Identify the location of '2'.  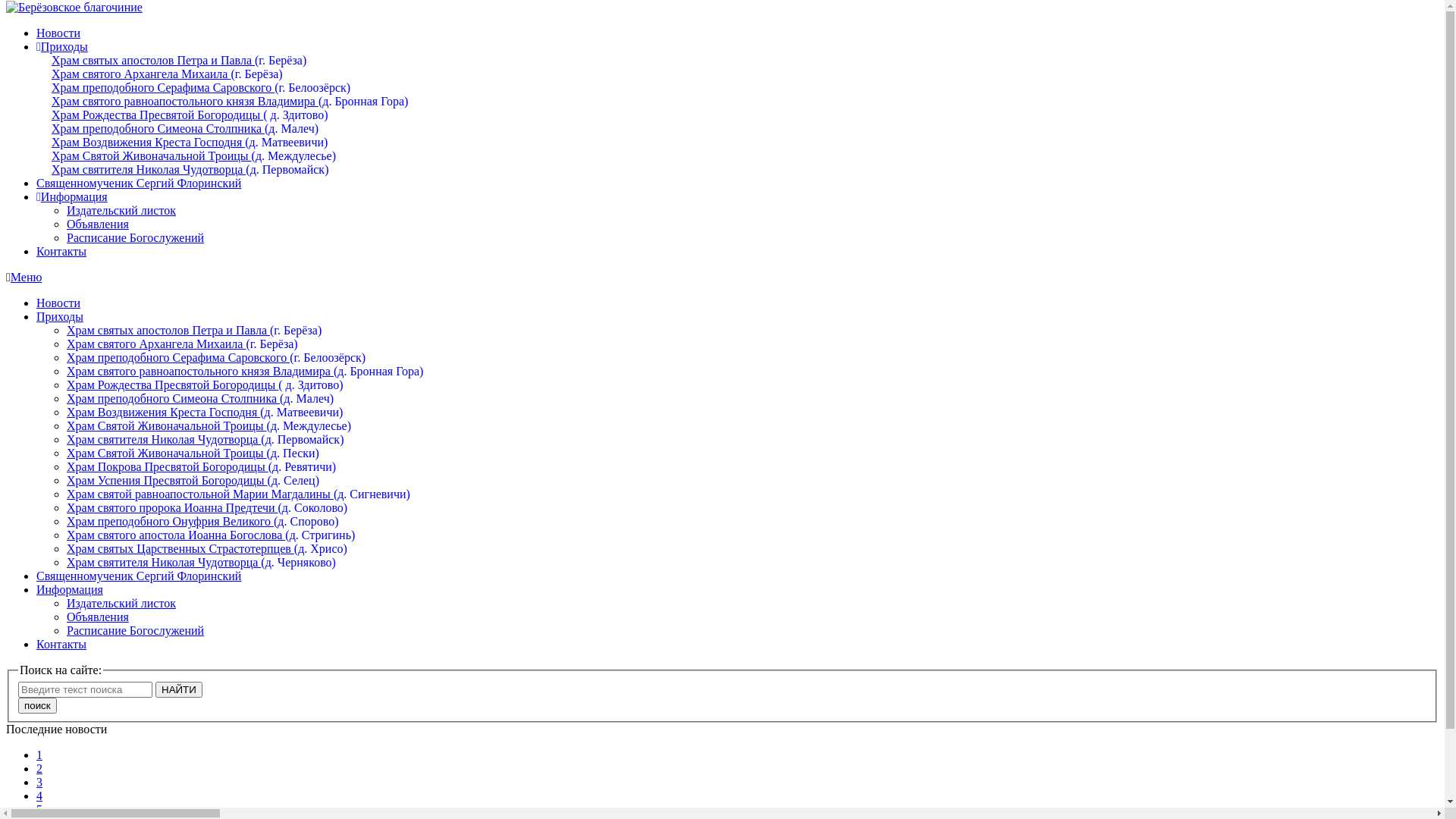
(39, 768).